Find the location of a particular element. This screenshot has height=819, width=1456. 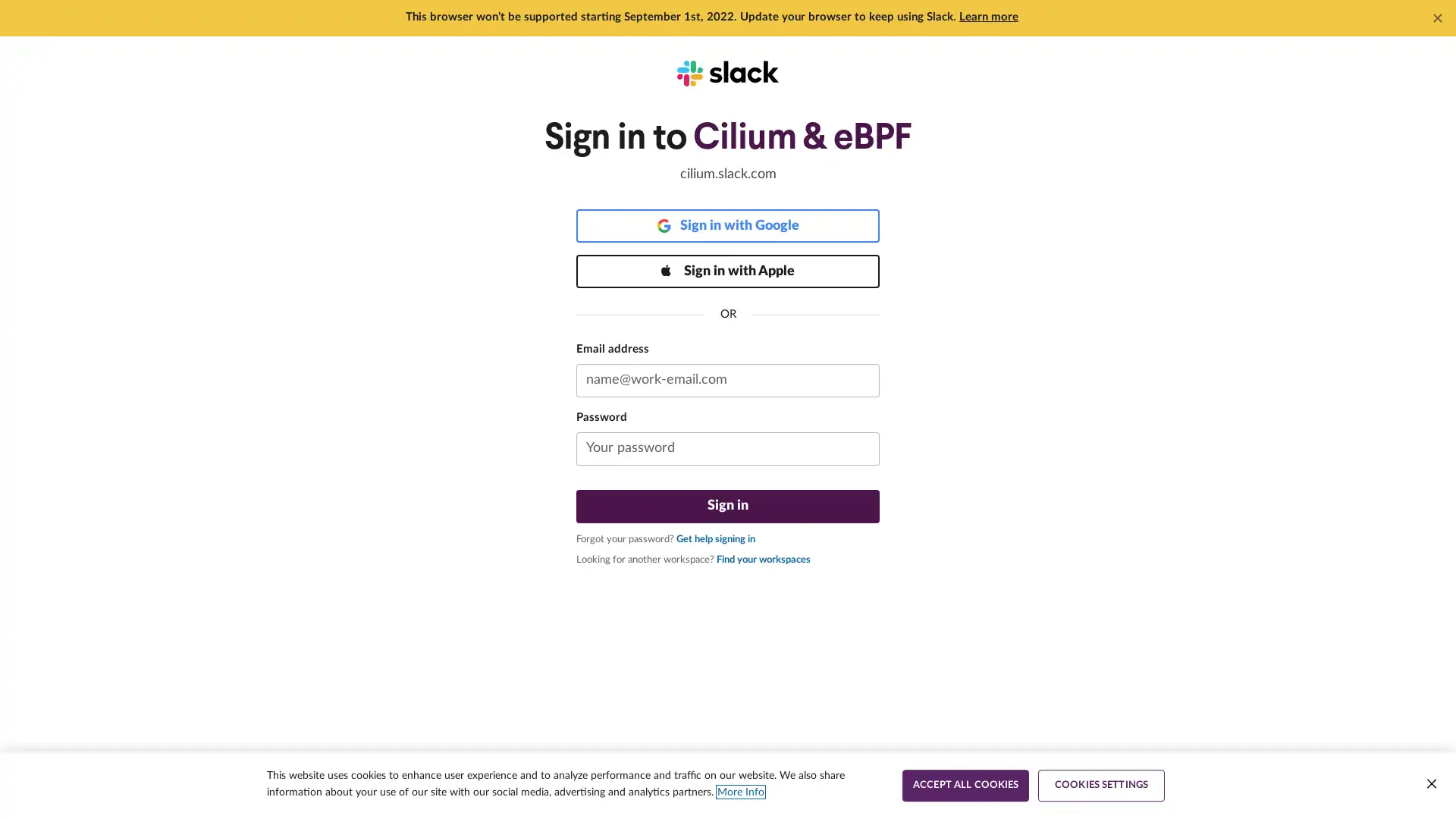

Dismiss is located at coordinates (1437, 17).